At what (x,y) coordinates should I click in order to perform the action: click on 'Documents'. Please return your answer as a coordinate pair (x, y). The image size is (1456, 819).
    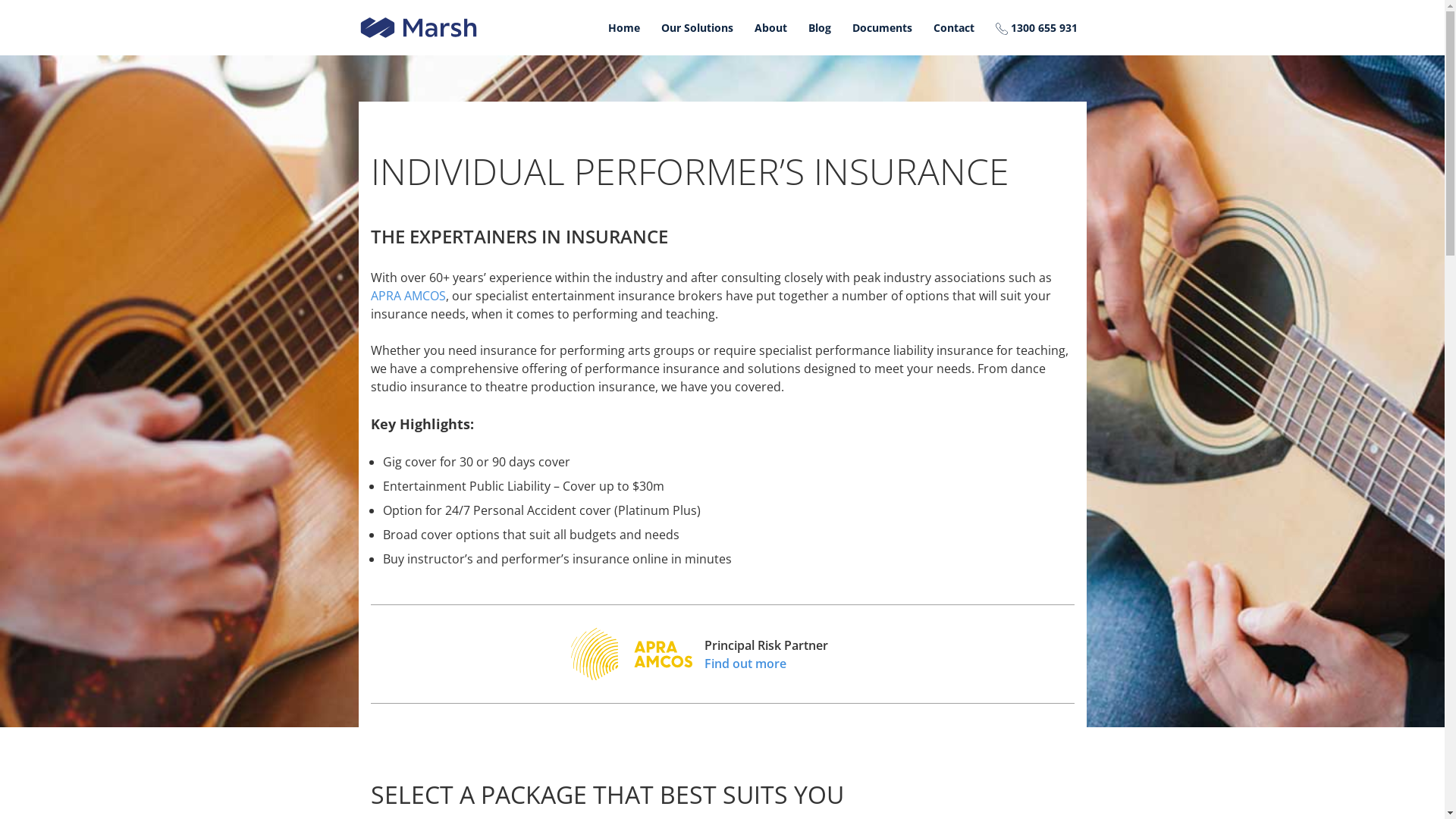
    Looking at the image, I should click on (882, 28).